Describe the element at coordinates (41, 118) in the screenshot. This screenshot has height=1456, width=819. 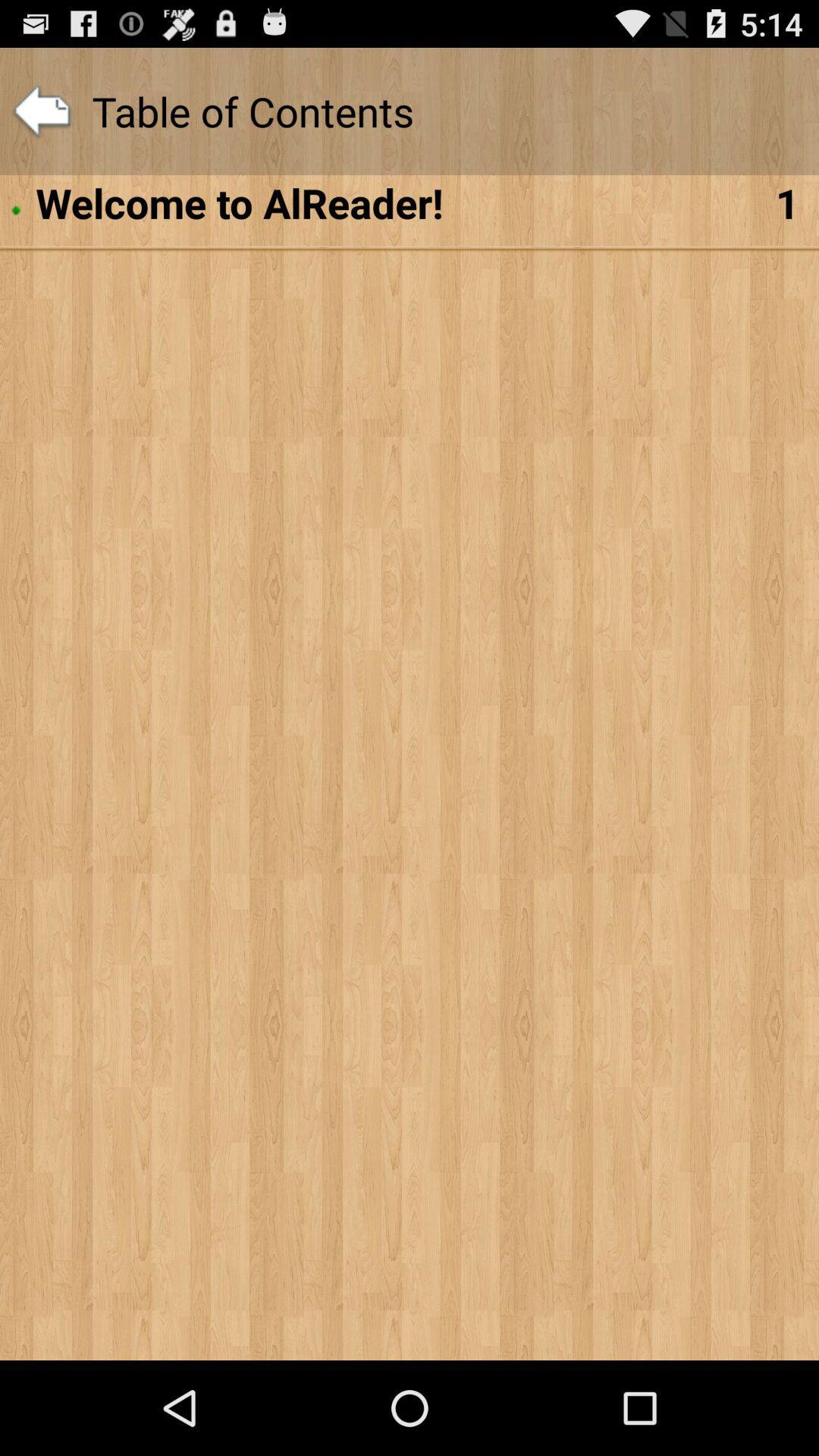
I see `the arrow_backward icon` at that location.